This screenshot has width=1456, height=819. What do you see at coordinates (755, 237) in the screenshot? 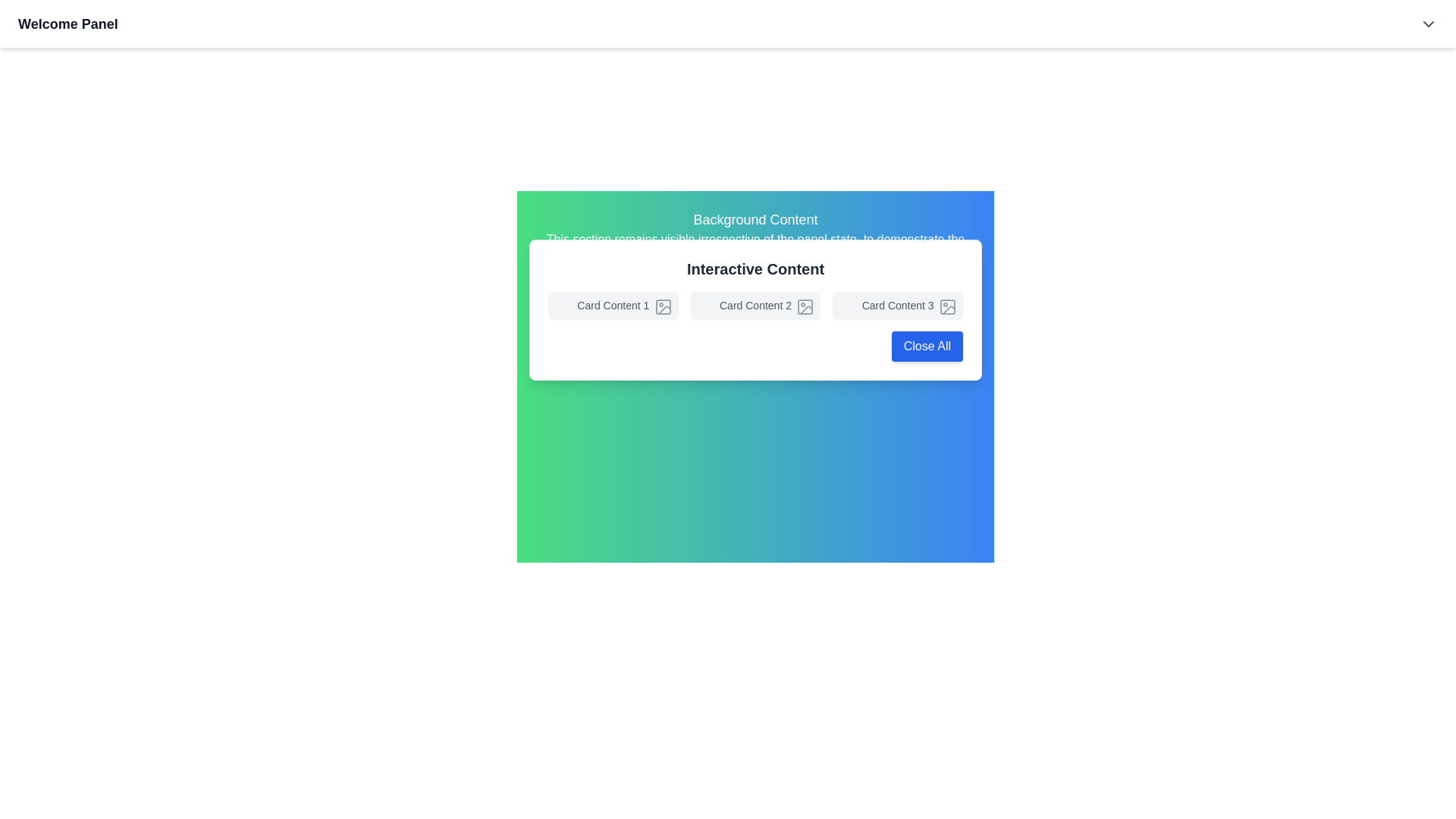
I see `the text block with a gradient background and white text, positioned above the white panel labeled 'Interactive Content'` at bounding box center [755, 237].